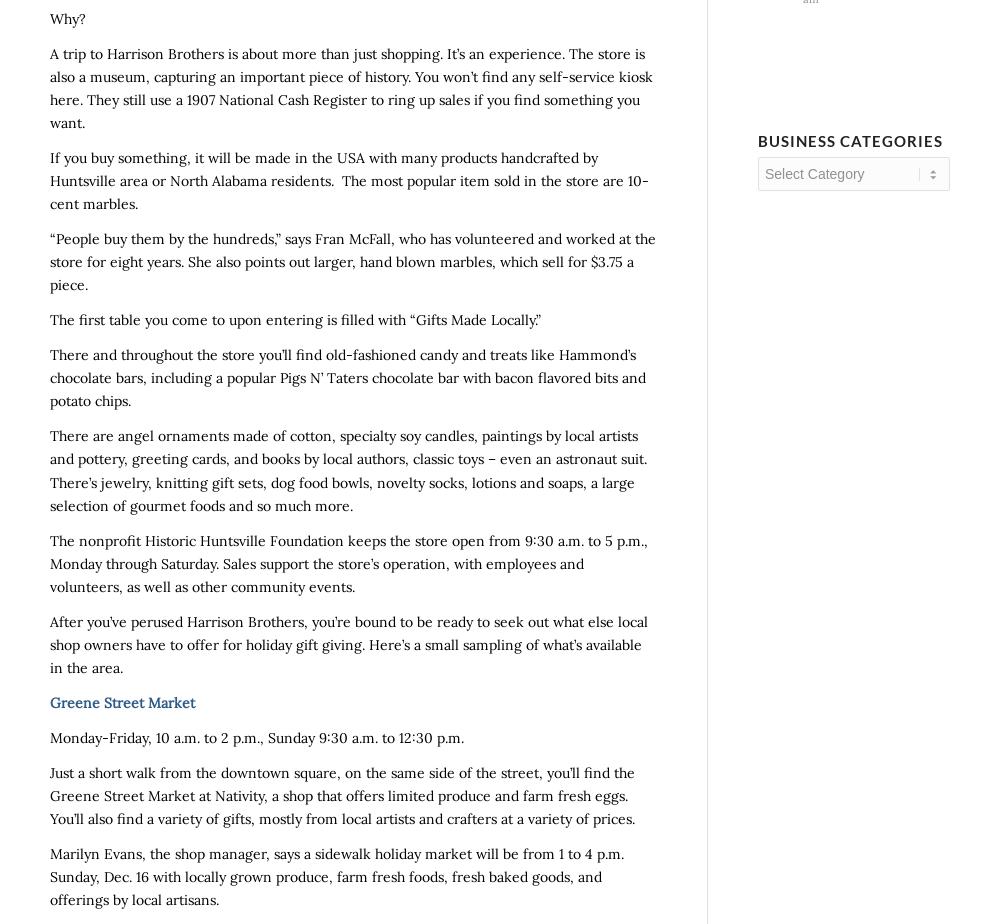 The width and height of the screenshot is (1000, 924). What do you see at coordinates (336, 876) in the screenshot?
I see `'Marilyn Evans, the shop manager, says a sidewalk holiday market will be from 1 to 4 p.m. Sunday, Dec. 16 with locally grown produce, farm fresh foods, fresh baked goods, and offerings by local artisans.'` at bounding box center [336, 876].